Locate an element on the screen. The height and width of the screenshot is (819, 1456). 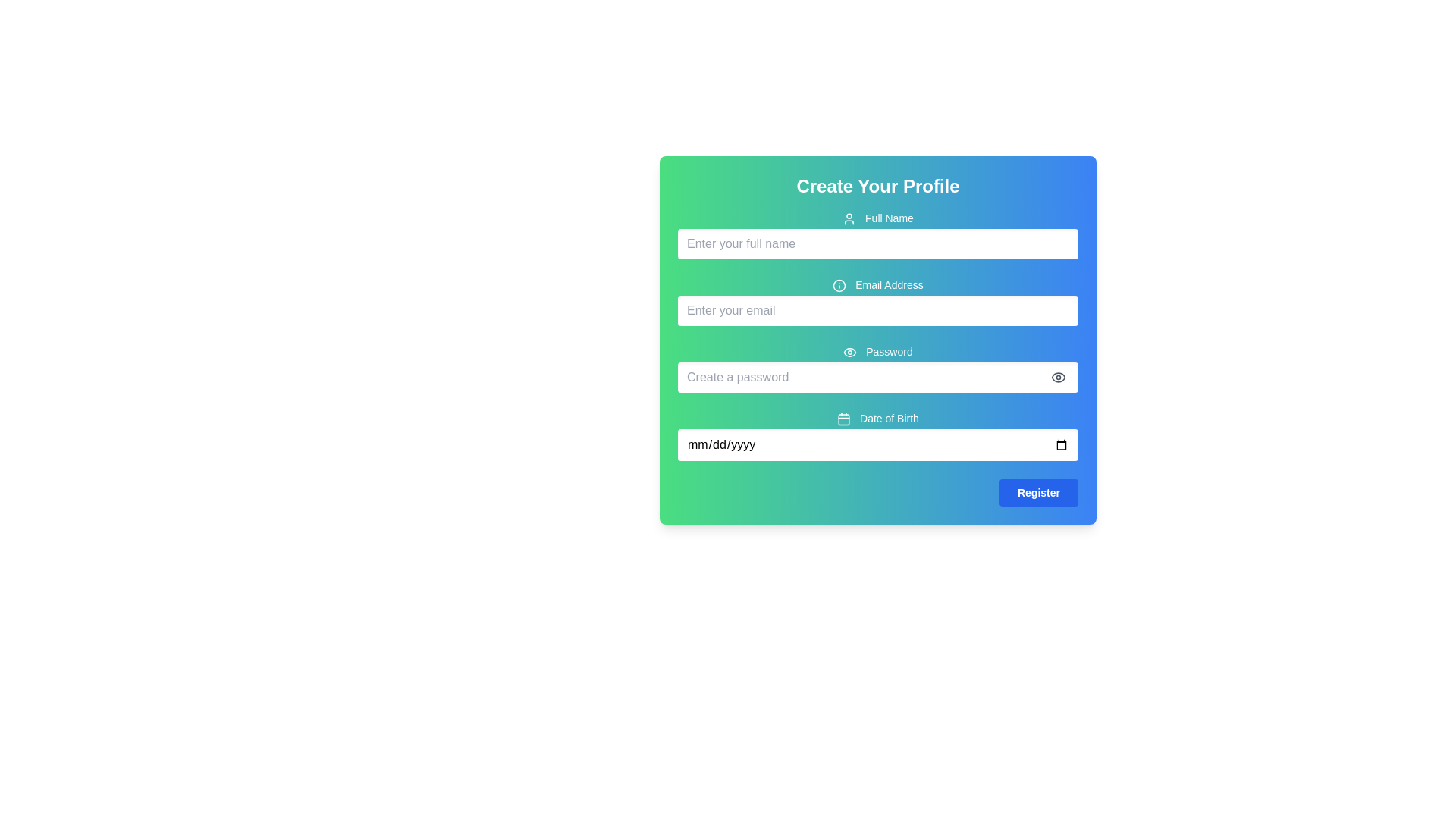
the button with an icon for toggling functionality, located to the far right of the password input field is located at coordinates (1058, 376).